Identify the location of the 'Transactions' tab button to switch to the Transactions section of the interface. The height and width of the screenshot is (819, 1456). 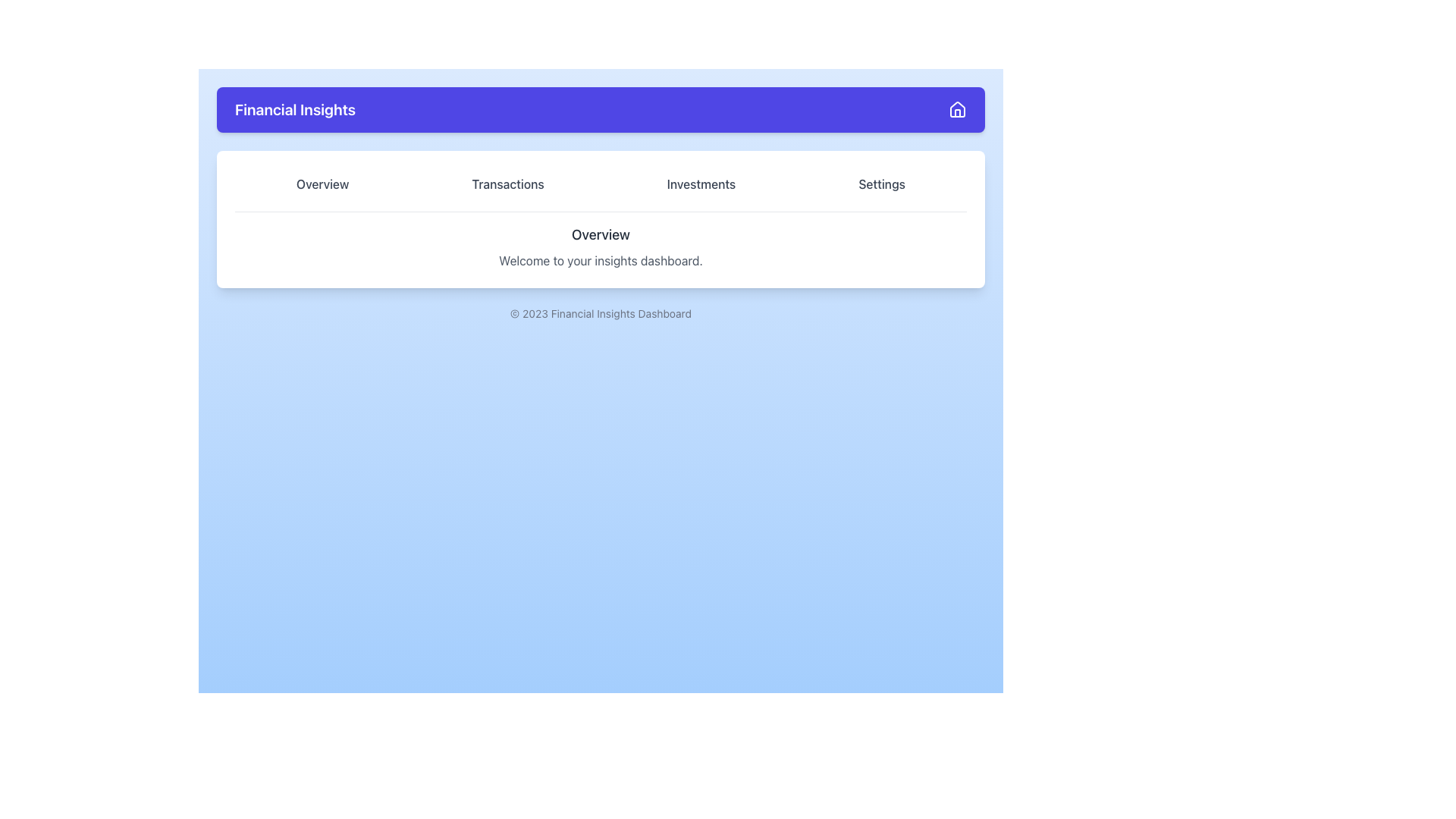
(508, 184).